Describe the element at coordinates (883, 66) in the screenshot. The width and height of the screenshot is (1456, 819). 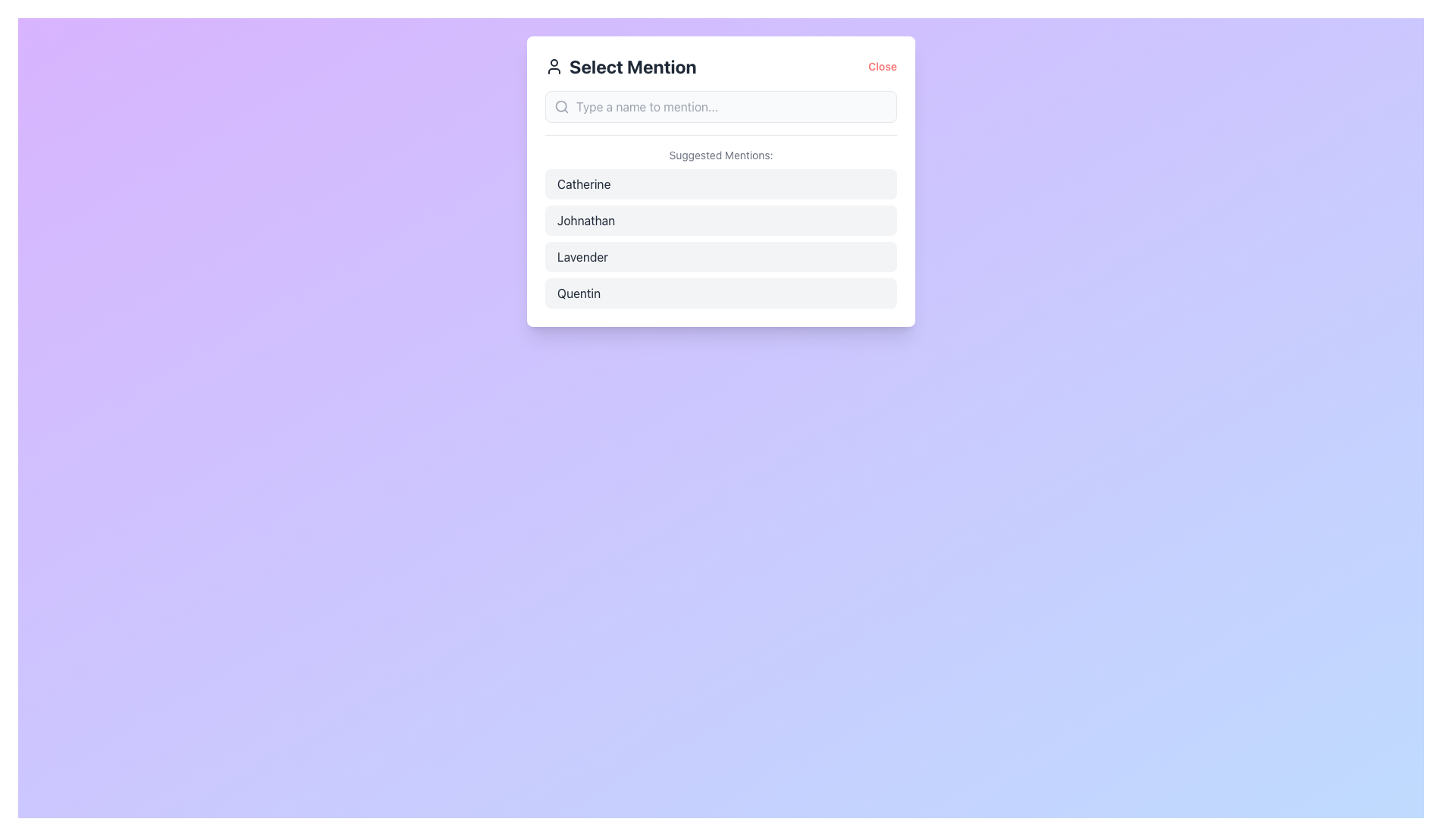
I see `the 'Close' button, which is a label styled as a button with bold red text, located at the top-right corner of the 'Select Mention' box` at that location.